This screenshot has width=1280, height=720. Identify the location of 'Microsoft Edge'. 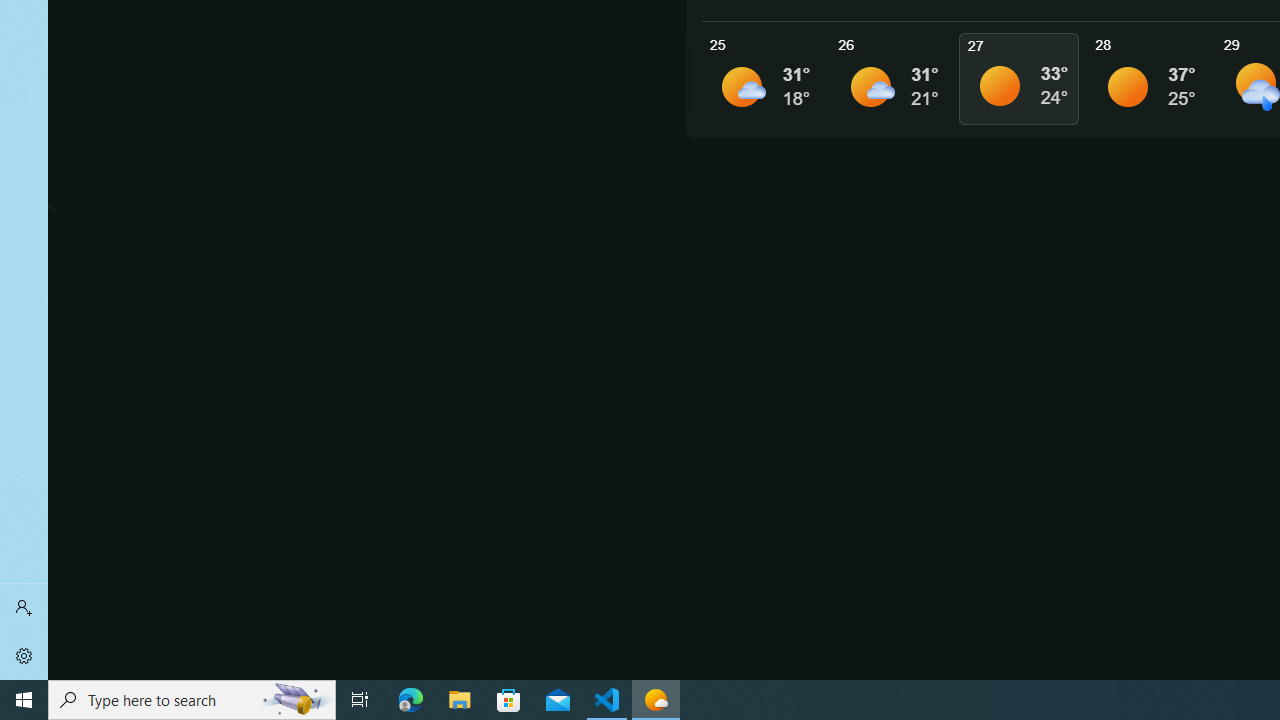
(410, 698).